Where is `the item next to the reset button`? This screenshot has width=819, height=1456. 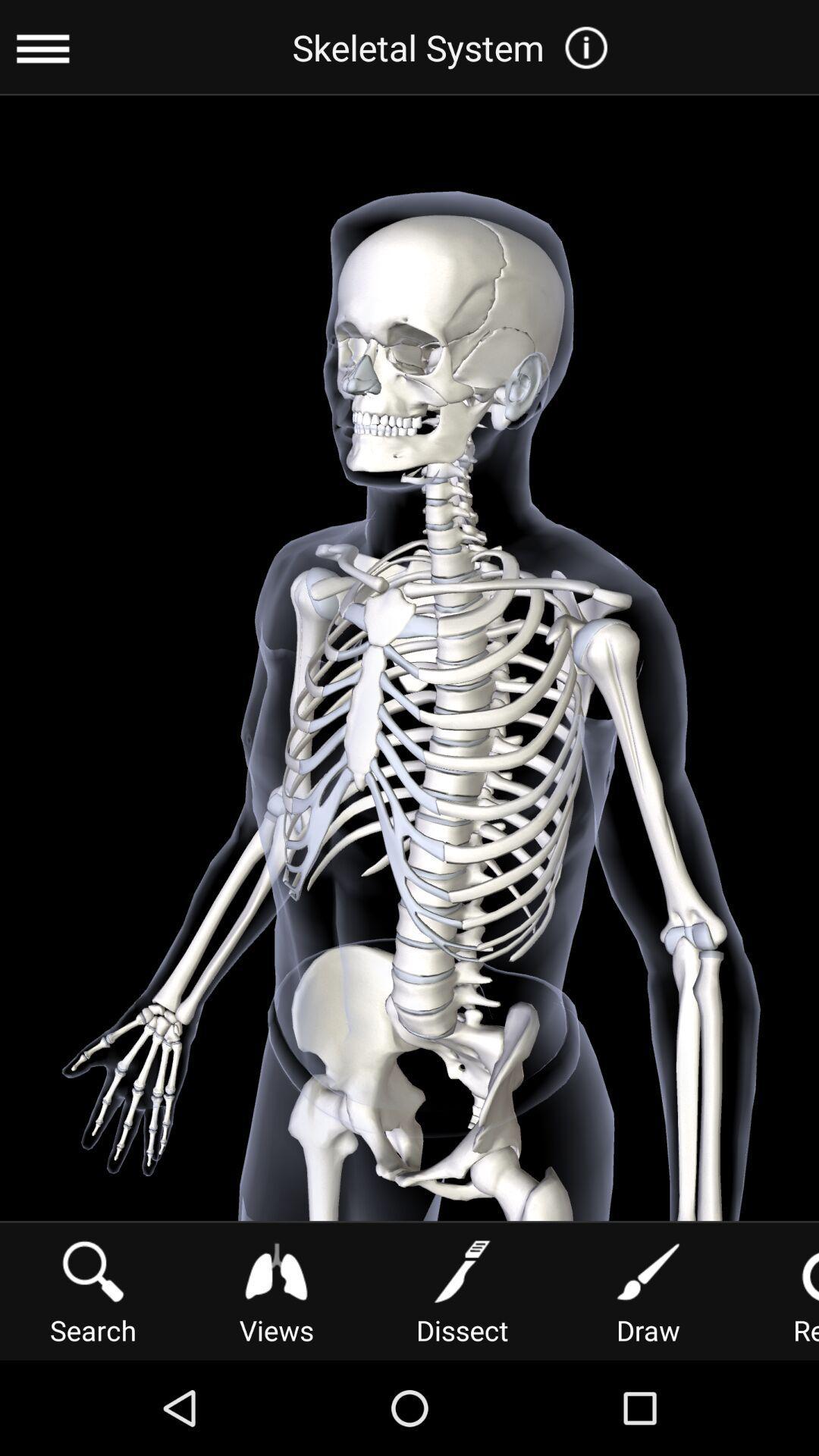
the item next to the reset button is located at coordinates (648, 1289).